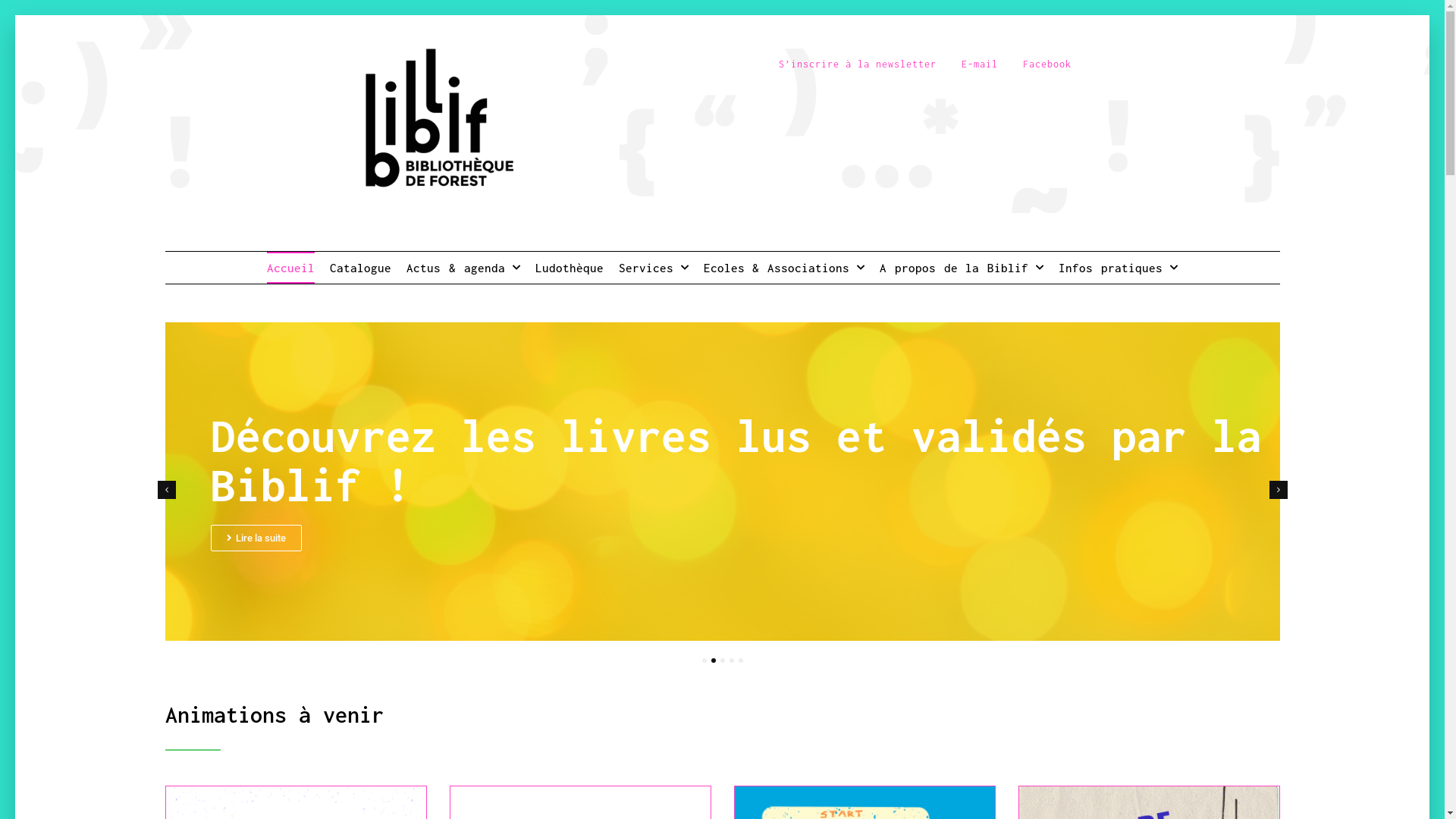 The image size is (1456, 819). Describe the element at coordinates (1046, 63) in the screenshot. I see `'Facebook'` at that location.